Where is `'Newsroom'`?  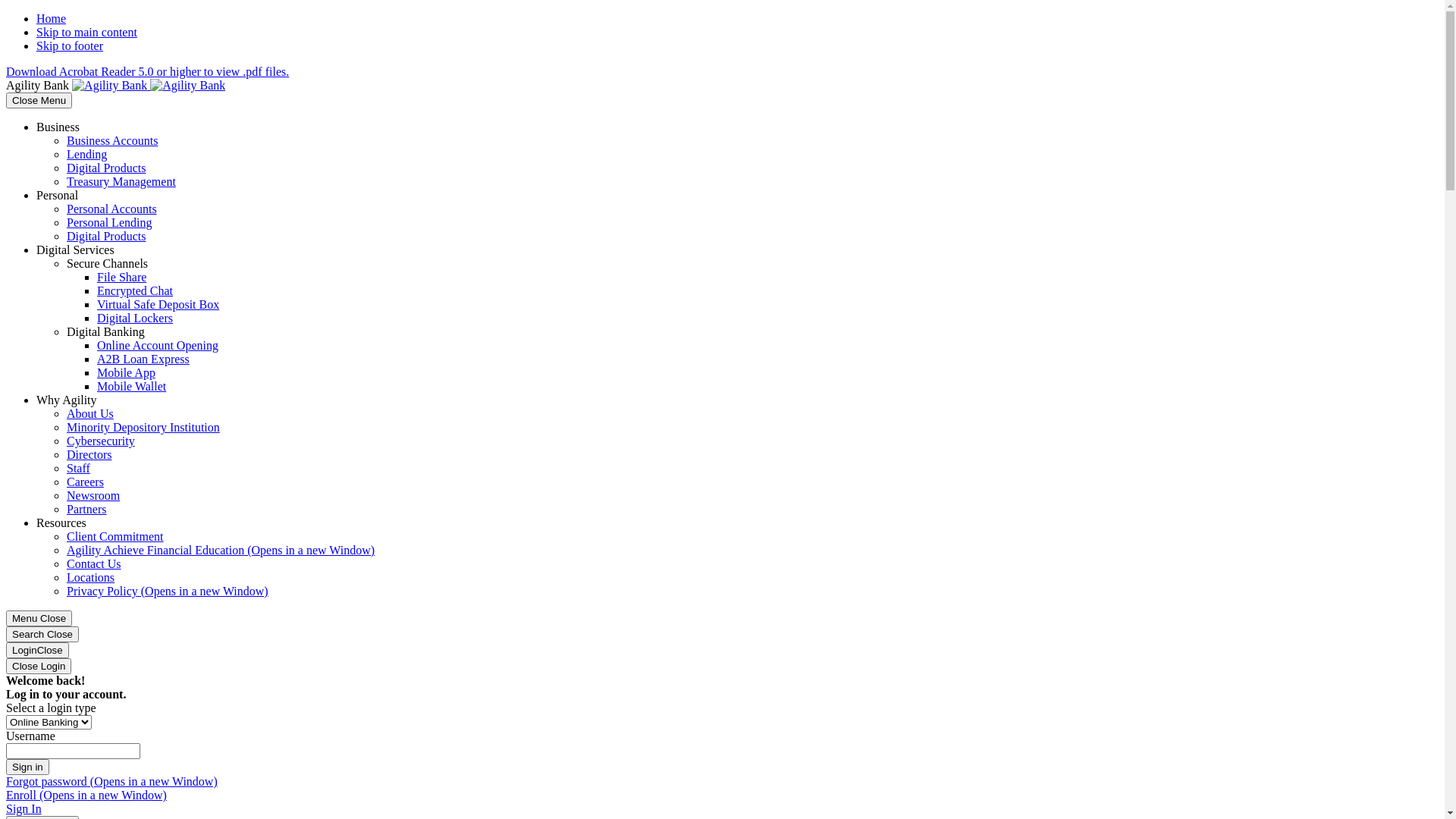
'Newsroom' is located at coordinates (93, 495).